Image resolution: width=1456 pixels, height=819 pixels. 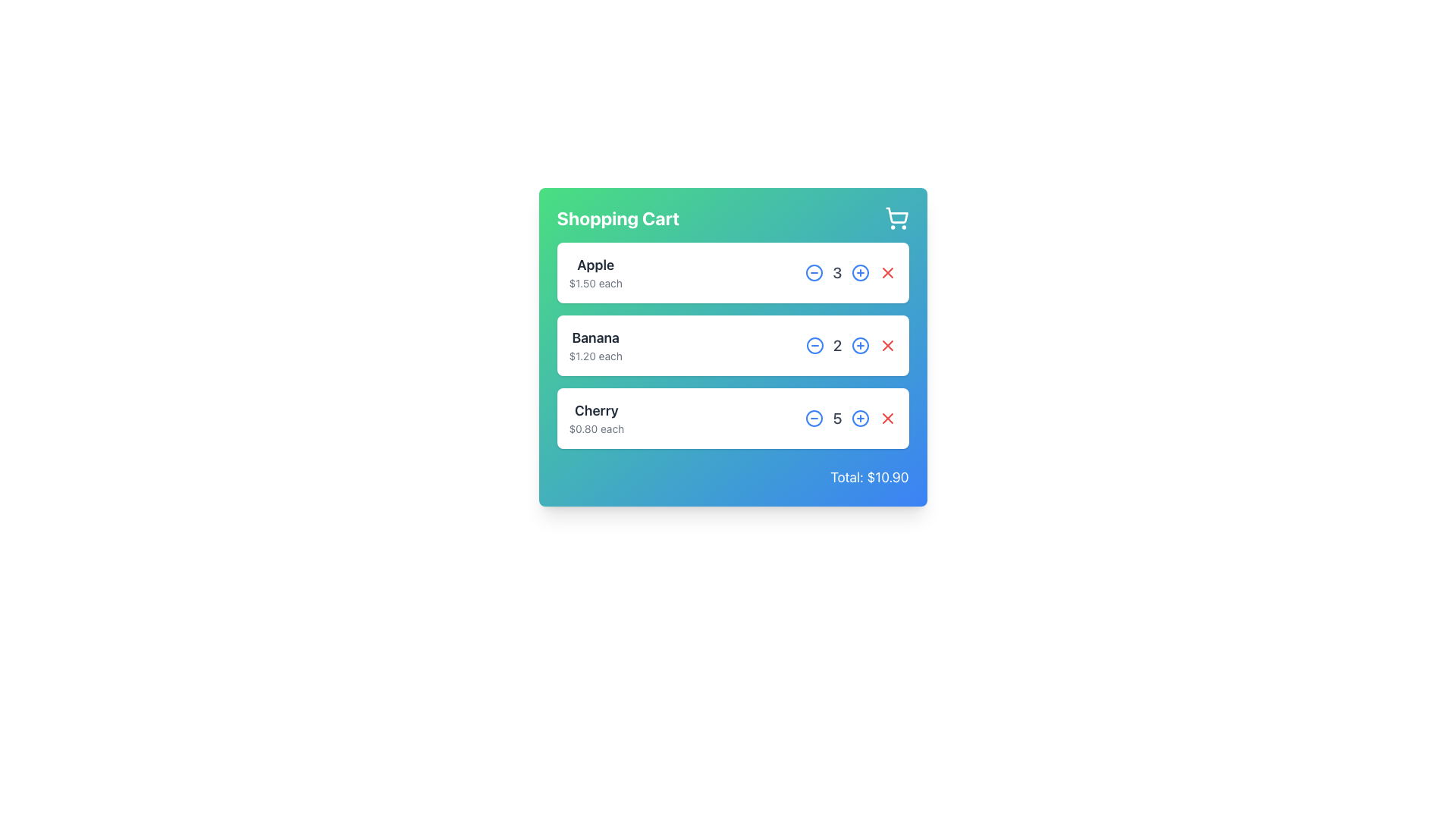 What do you see at coordinates (860, 271) in the screenshot?
I see `the plus sign icon, which is a circular boundary element located to the right of the quantity value for 'Apple' items in the shopping cart, to increase the quantity of 'Apple' items` at bounding box center [860, 271].